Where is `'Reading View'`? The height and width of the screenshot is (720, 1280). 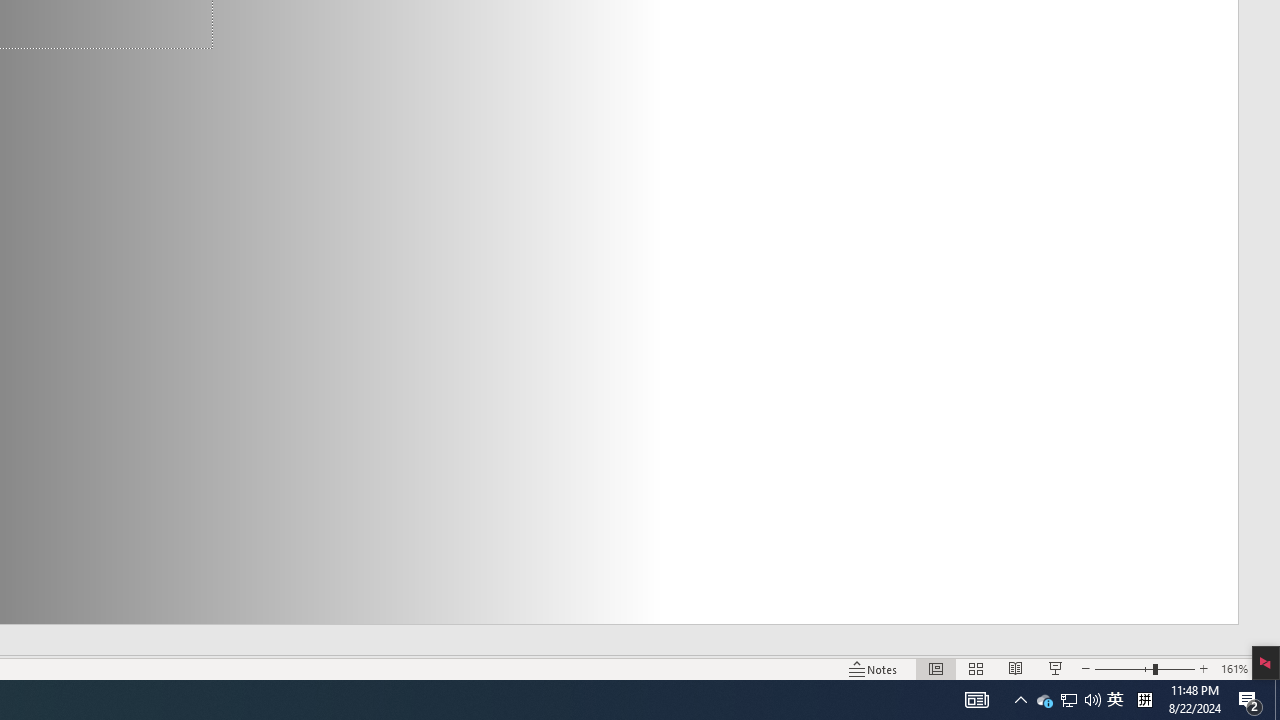
'Reading View' is located at coordinates (1015, 669).